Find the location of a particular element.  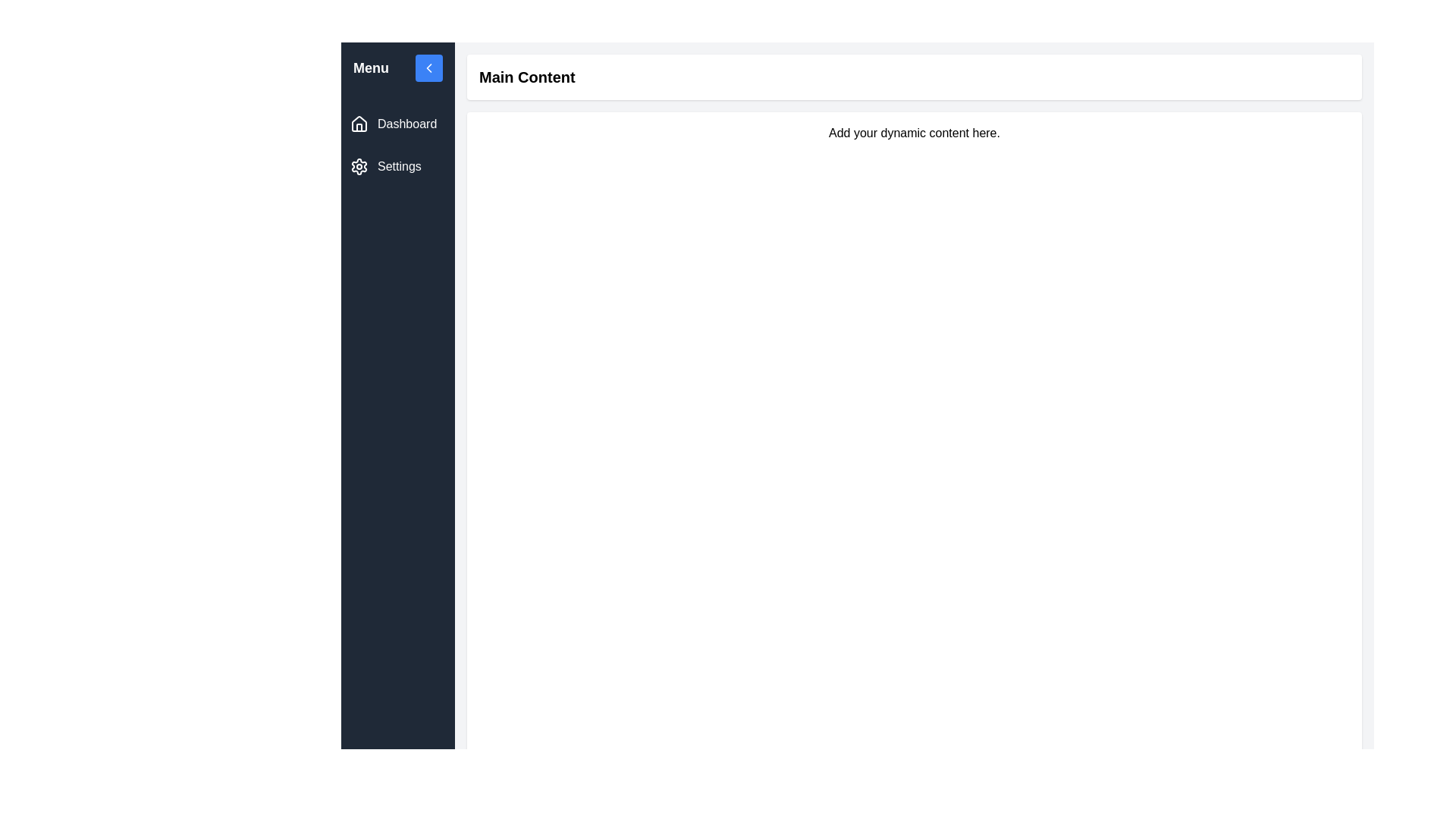

the 'Dashboard' menu item text label located in the vertical navigation menu on the left, which is positioned next to a house icon and above the 'Settings' label is located at coordinates (407, 124).